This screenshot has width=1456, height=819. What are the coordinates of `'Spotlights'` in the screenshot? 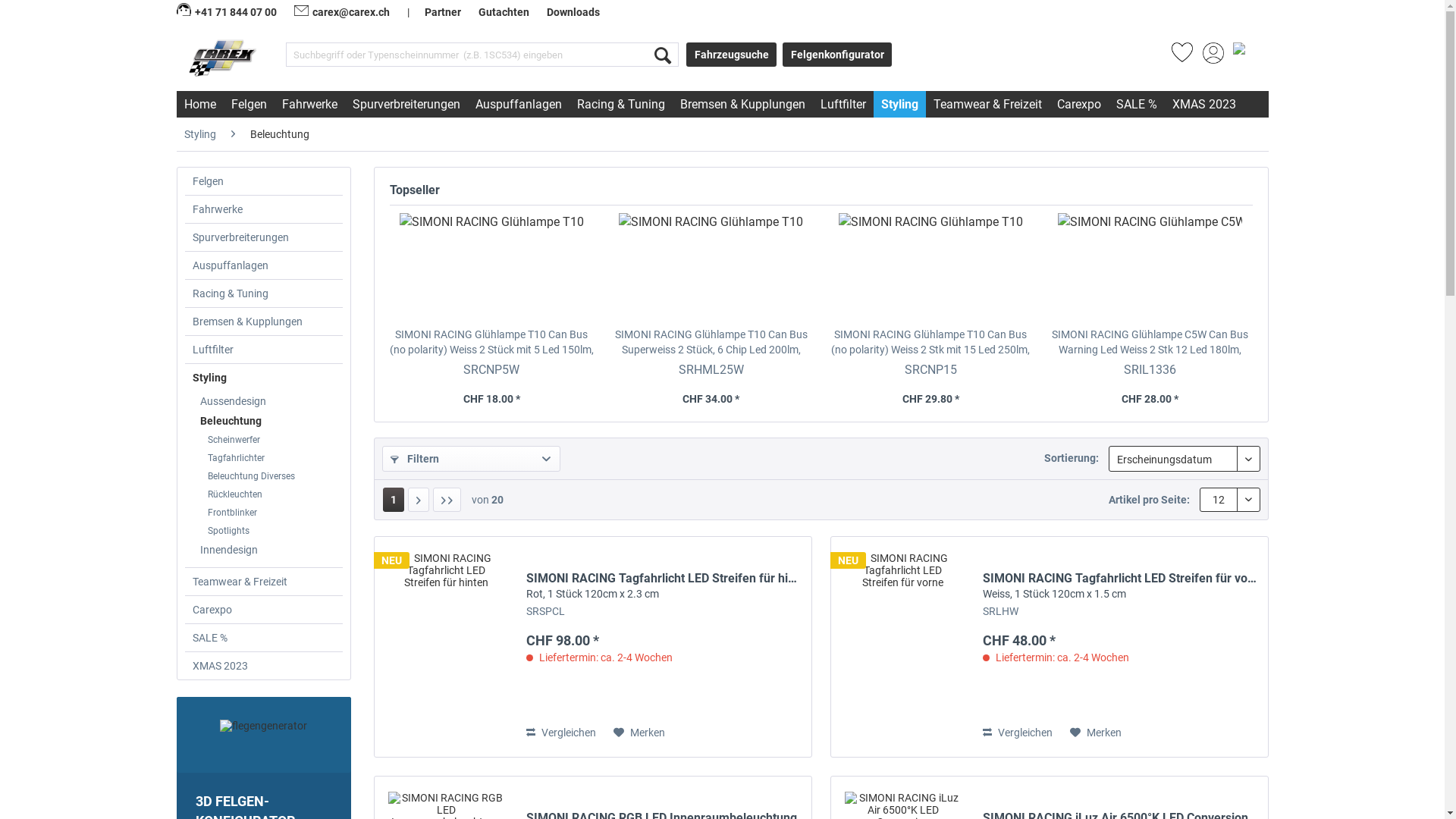 It's located at (271, 529).